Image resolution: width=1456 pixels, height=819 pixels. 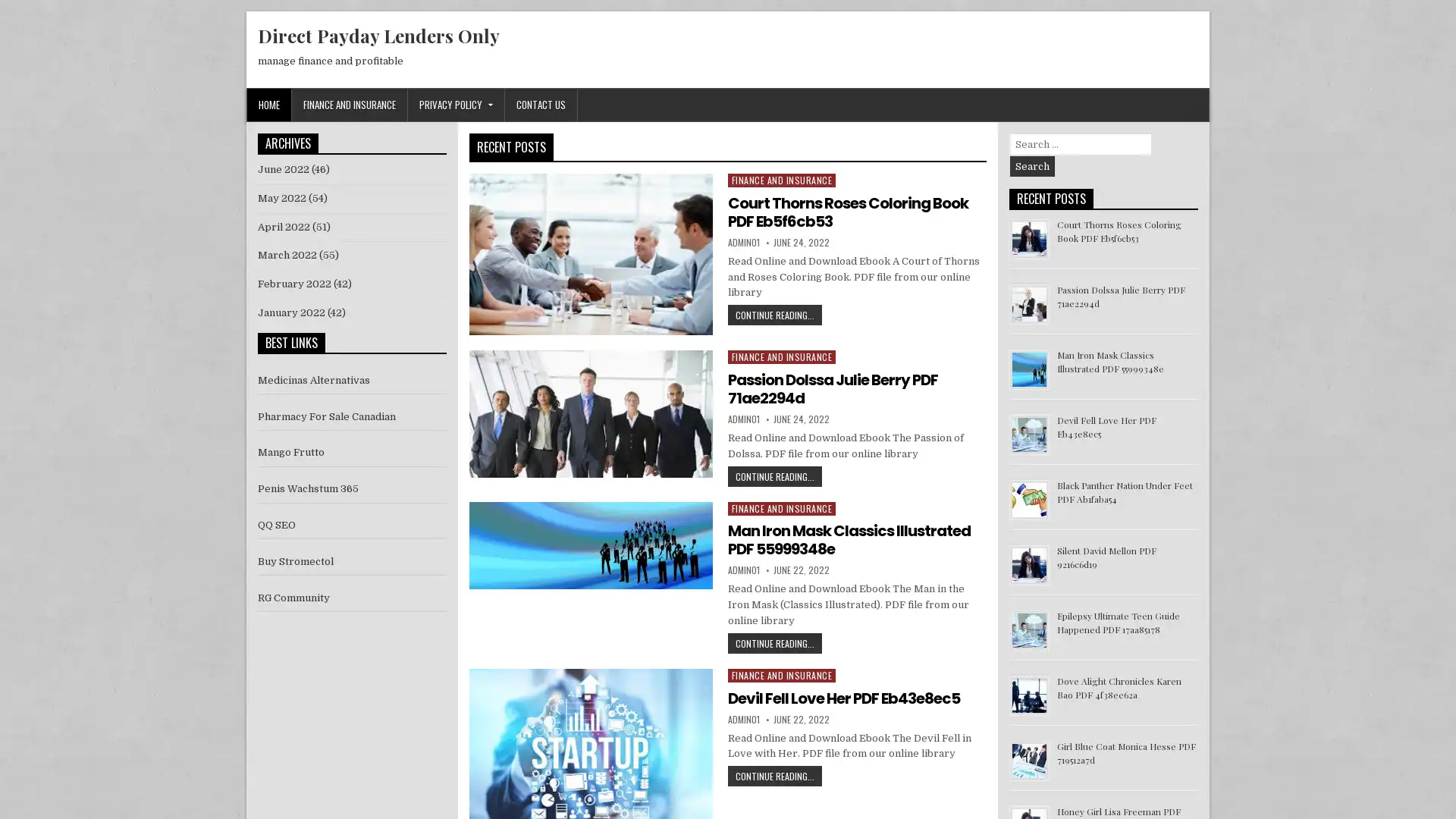 What do you see at coordinates (1031, 166) in the screenshot?
I see `Search` at bounding box center [1031, 166].